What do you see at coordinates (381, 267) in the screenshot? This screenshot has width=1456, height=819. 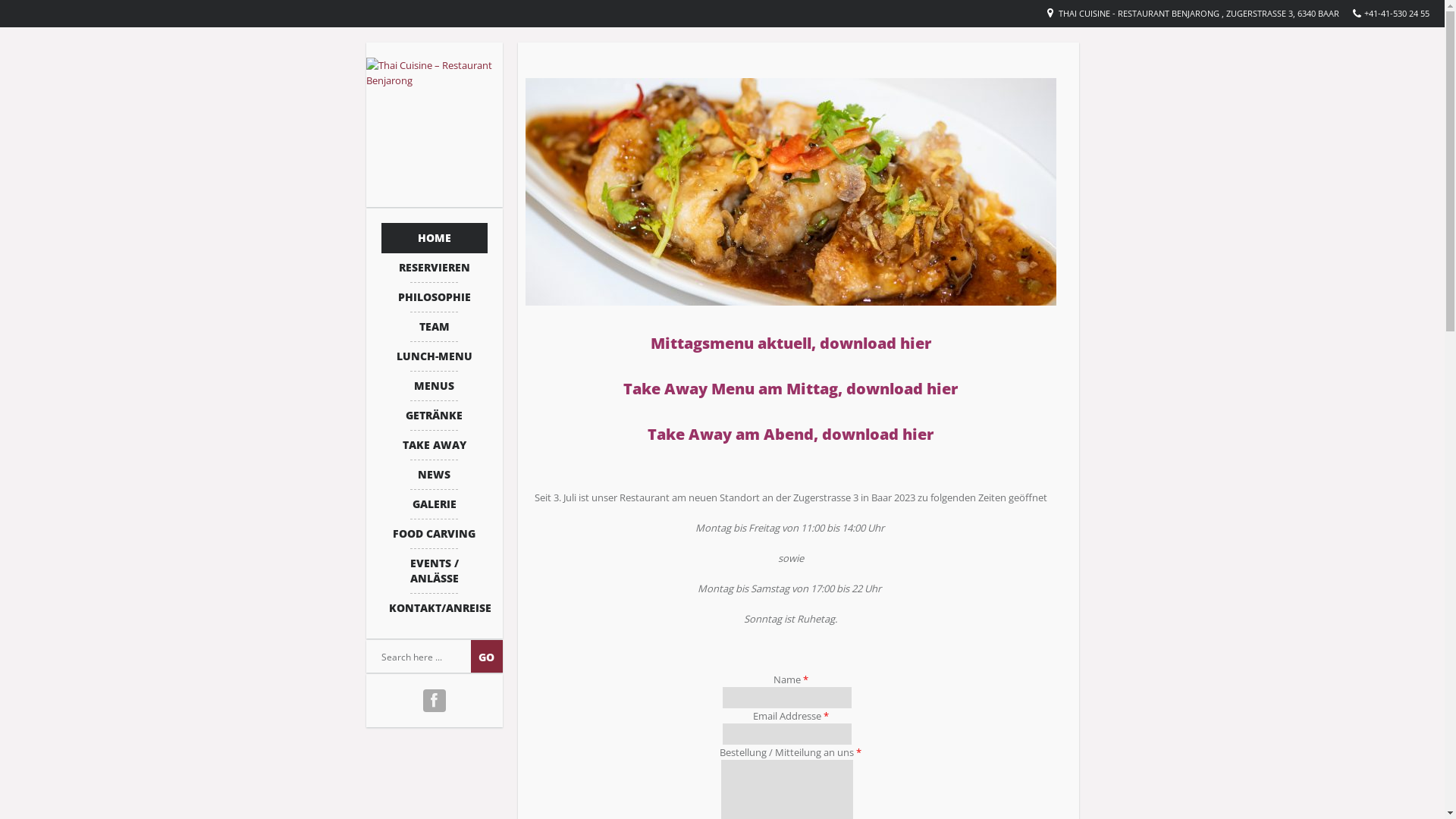 I see `'RESERVIEREN'` at bounding box center [381, 267].